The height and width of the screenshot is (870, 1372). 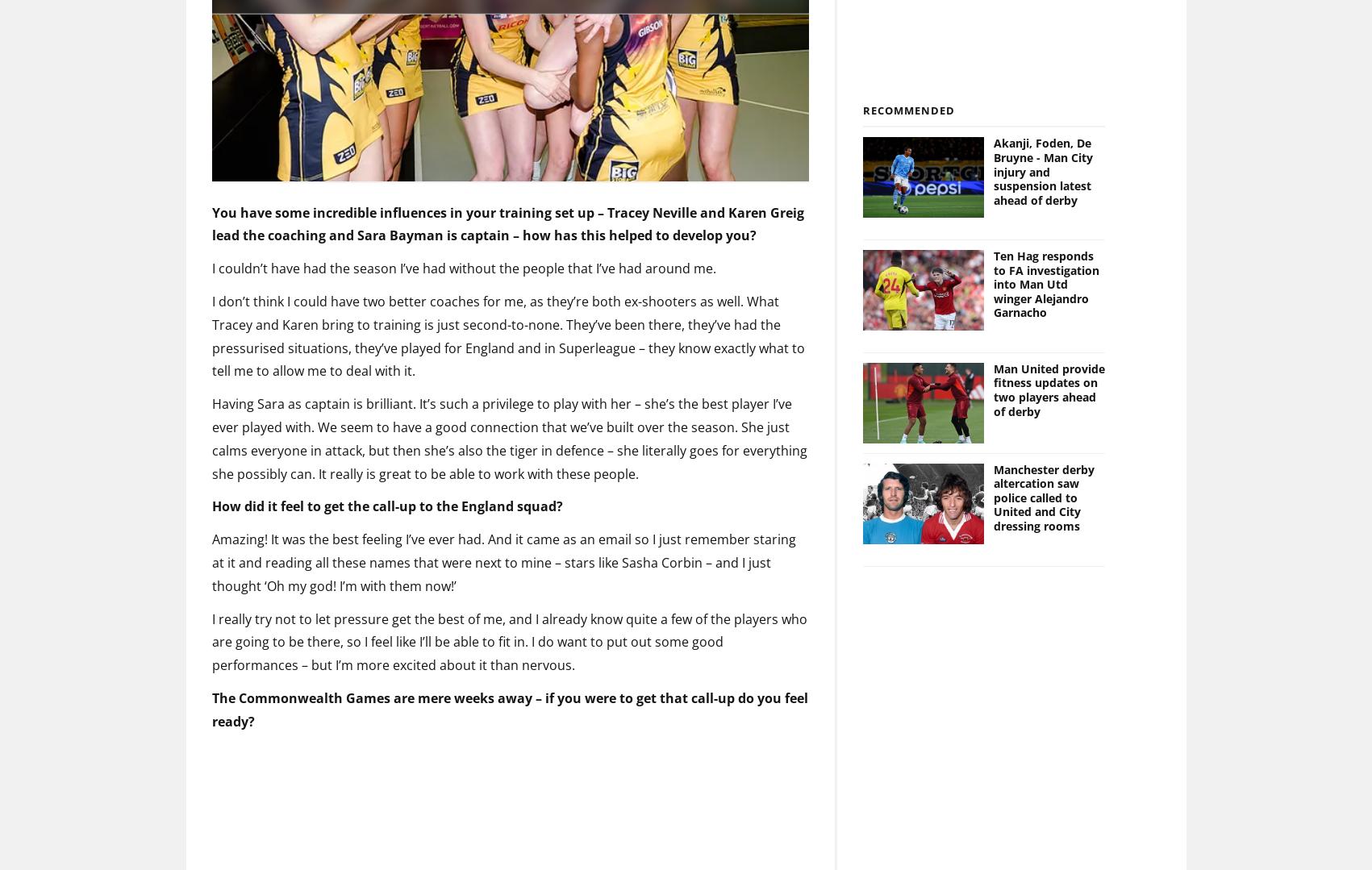 I want to click on 'Man United provide fitness updates on two players ahead of derby', so click(x=994, y=363).